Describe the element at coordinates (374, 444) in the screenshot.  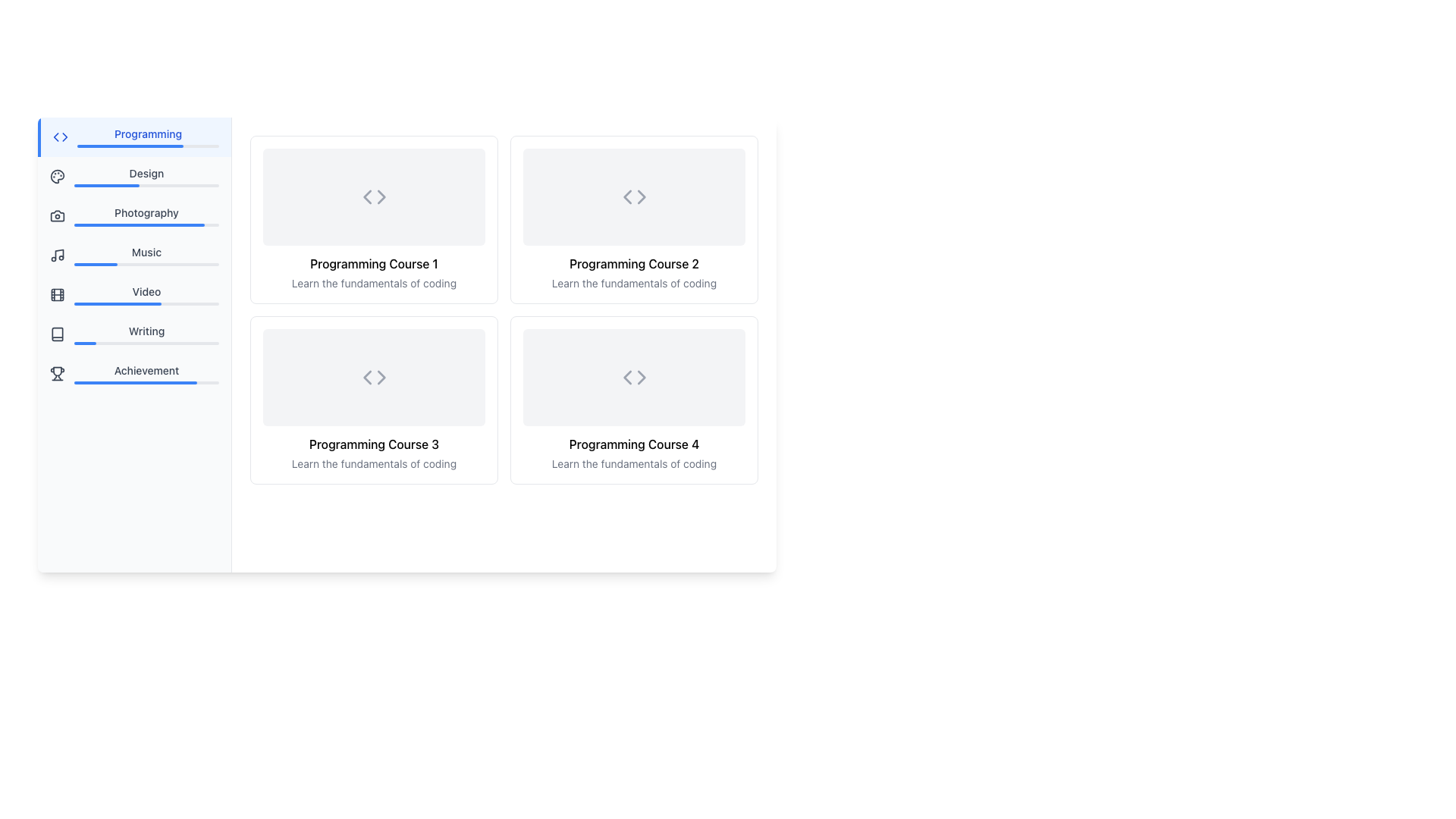
I see `the text label 'Programming Course 3' located in the lower section of the card in the second row and first column of the grid layout` at that location.